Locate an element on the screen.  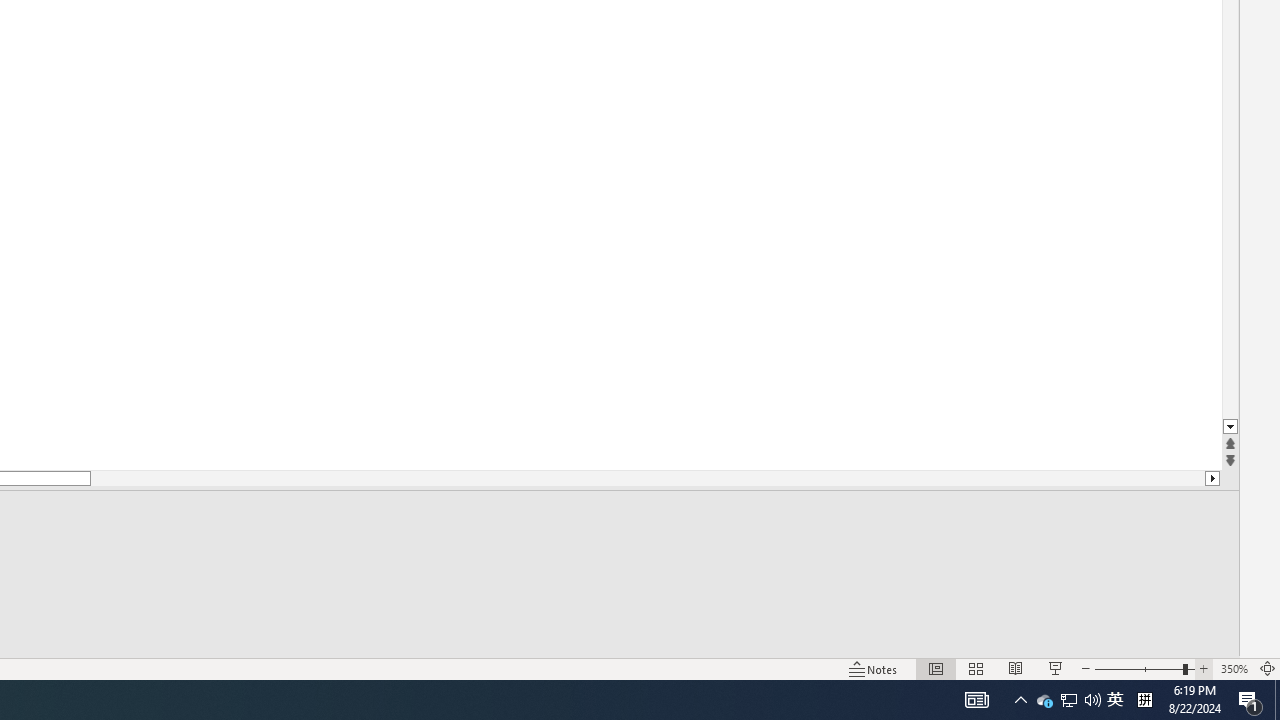
'Zoom 350%' is located at coordinates (1233, 669).